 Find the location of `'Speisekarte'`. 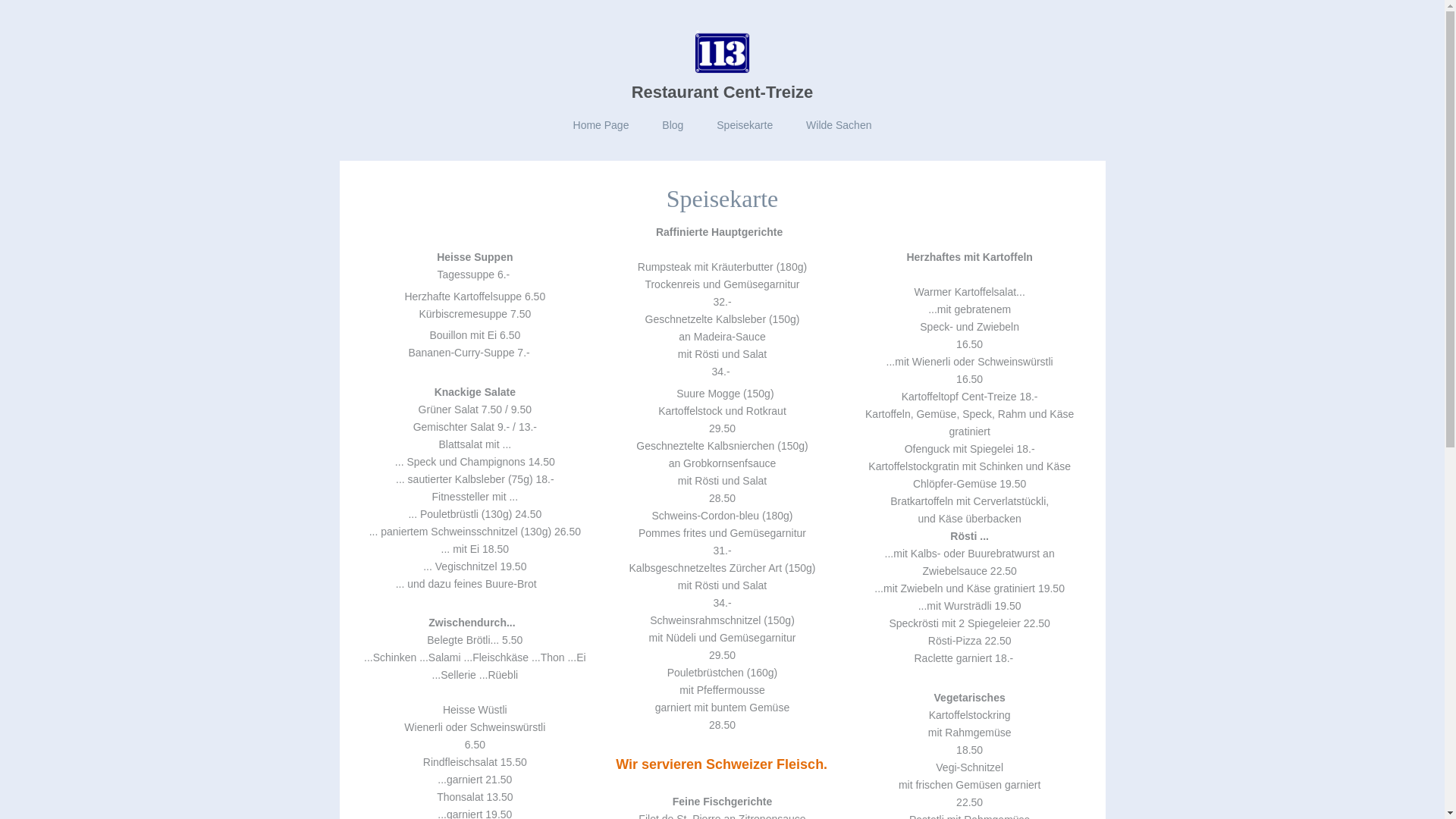

'Speisekarte' is located at coordinates (745, 124).